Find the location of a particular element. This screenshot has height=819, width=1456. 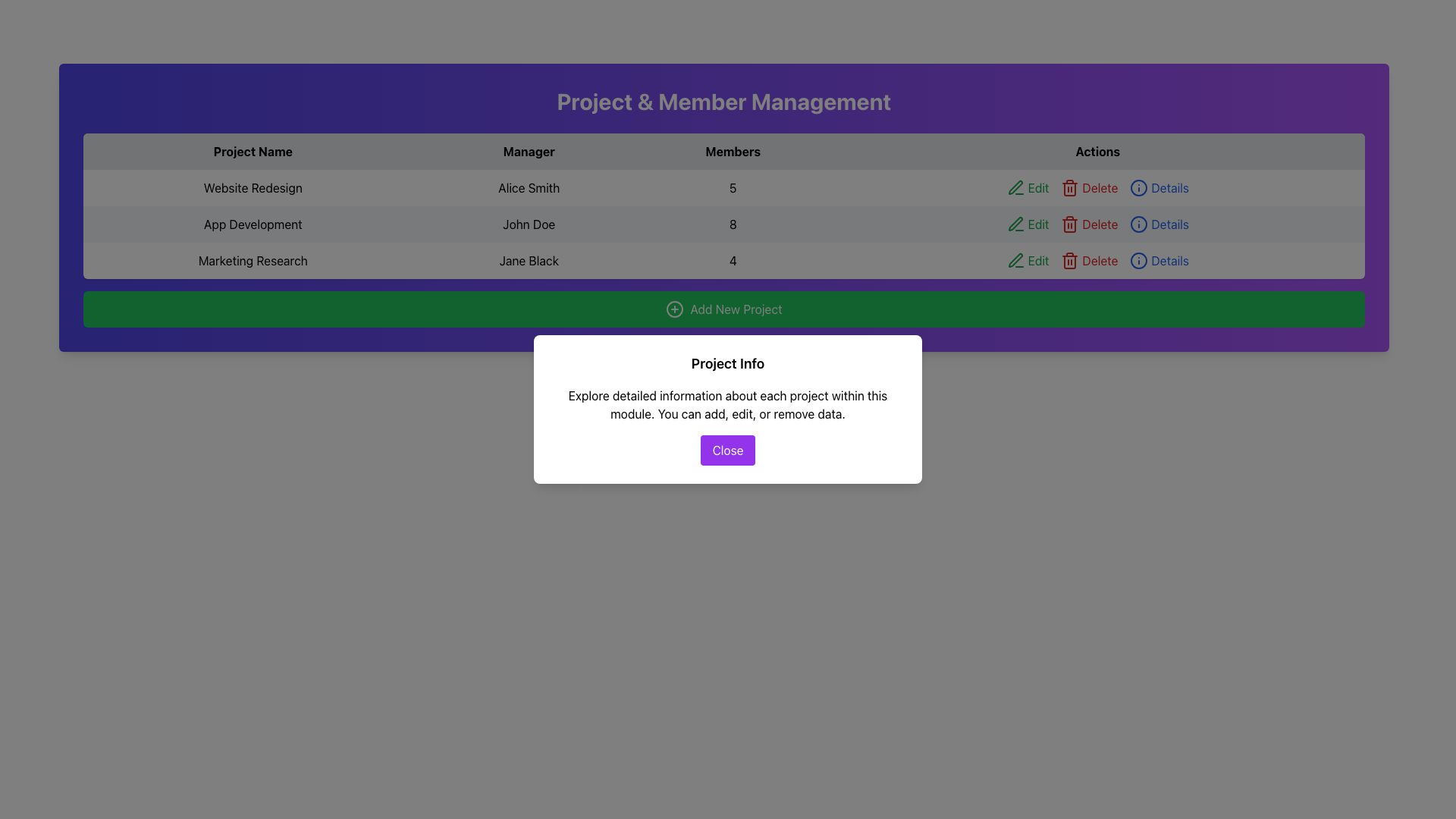

the static text element labeled 'Members' which is the third column header in a table, positioned between 'Manager' and 'Actions' is located at coordinates (733, 152).